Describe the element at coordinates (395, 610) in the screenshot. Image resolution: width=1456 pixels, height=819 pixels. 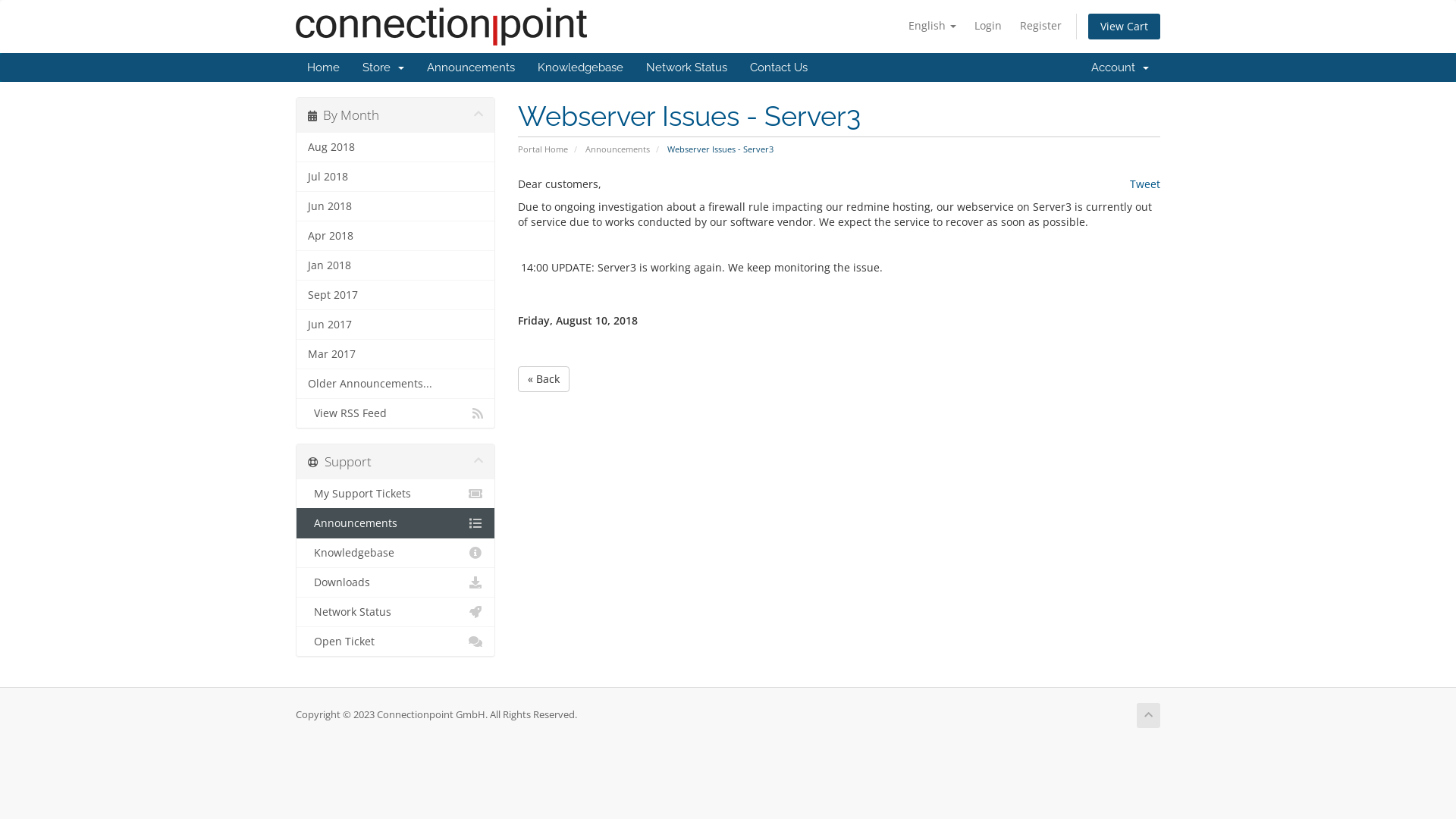
I see `'  Network Status'` at that location.